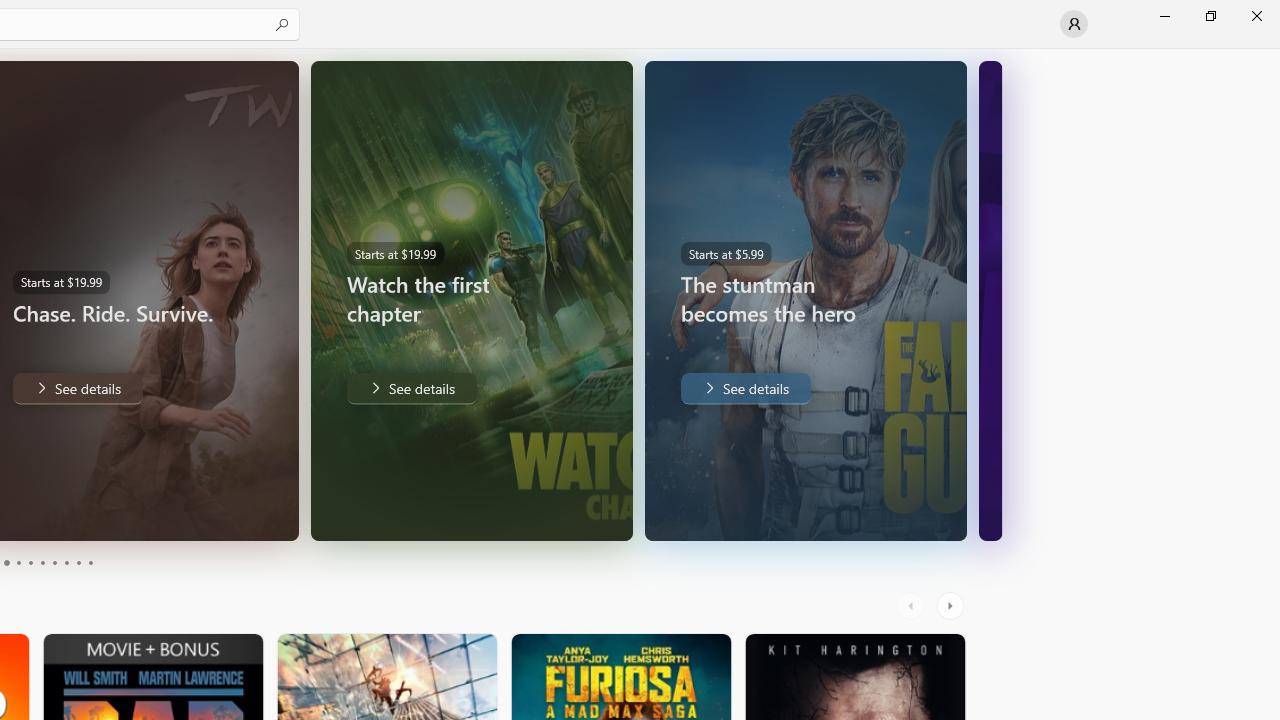  What do you see at coordinates (89, 563) in the screenshot?
I see `'Page 10'` at bounding box center [89, 563].